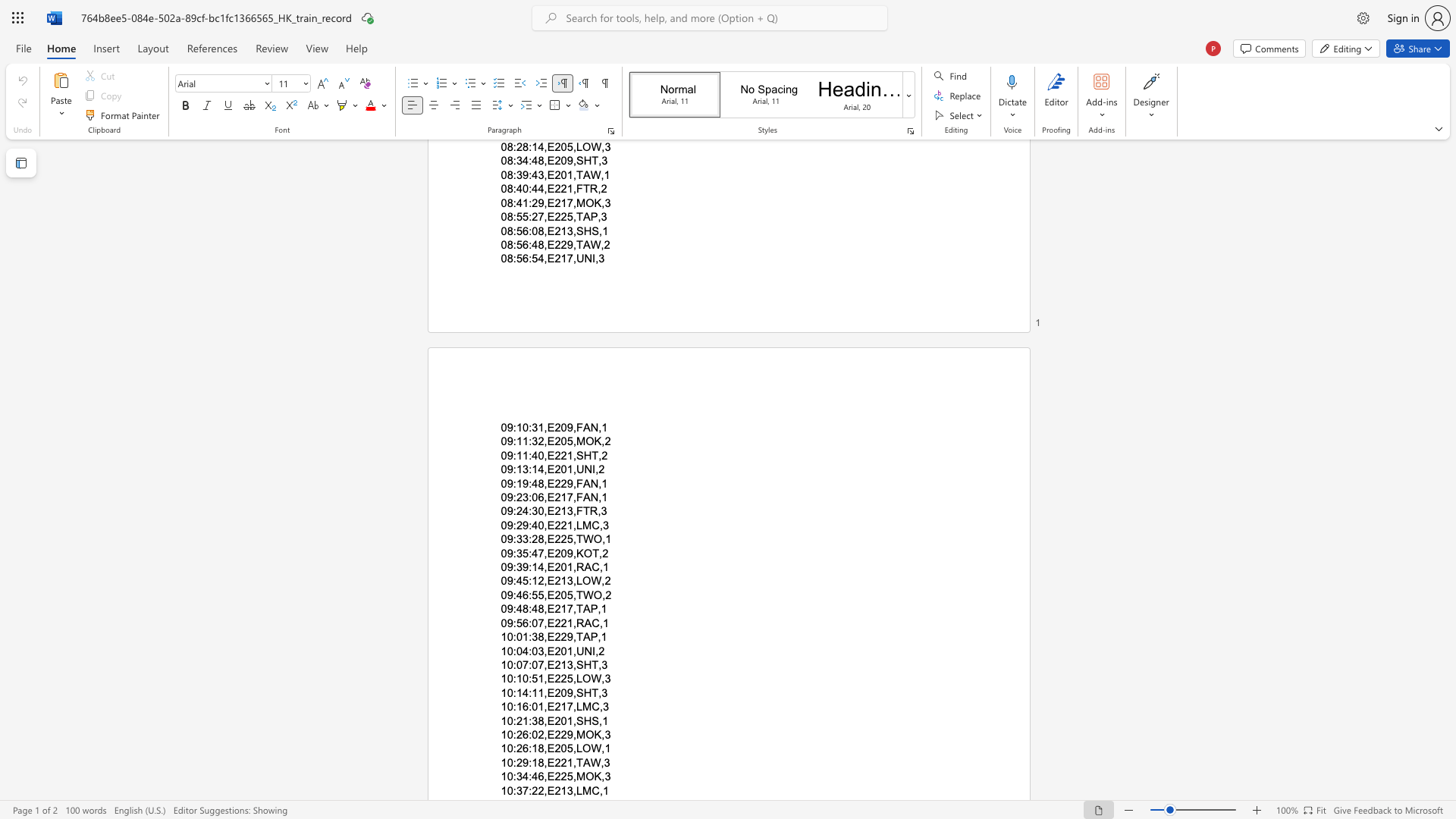 This screenshot has height=819, width=1456. I want to click on the subset text ",3" within the text "10:14:11,E209,SHT,3", so click(598, 692).